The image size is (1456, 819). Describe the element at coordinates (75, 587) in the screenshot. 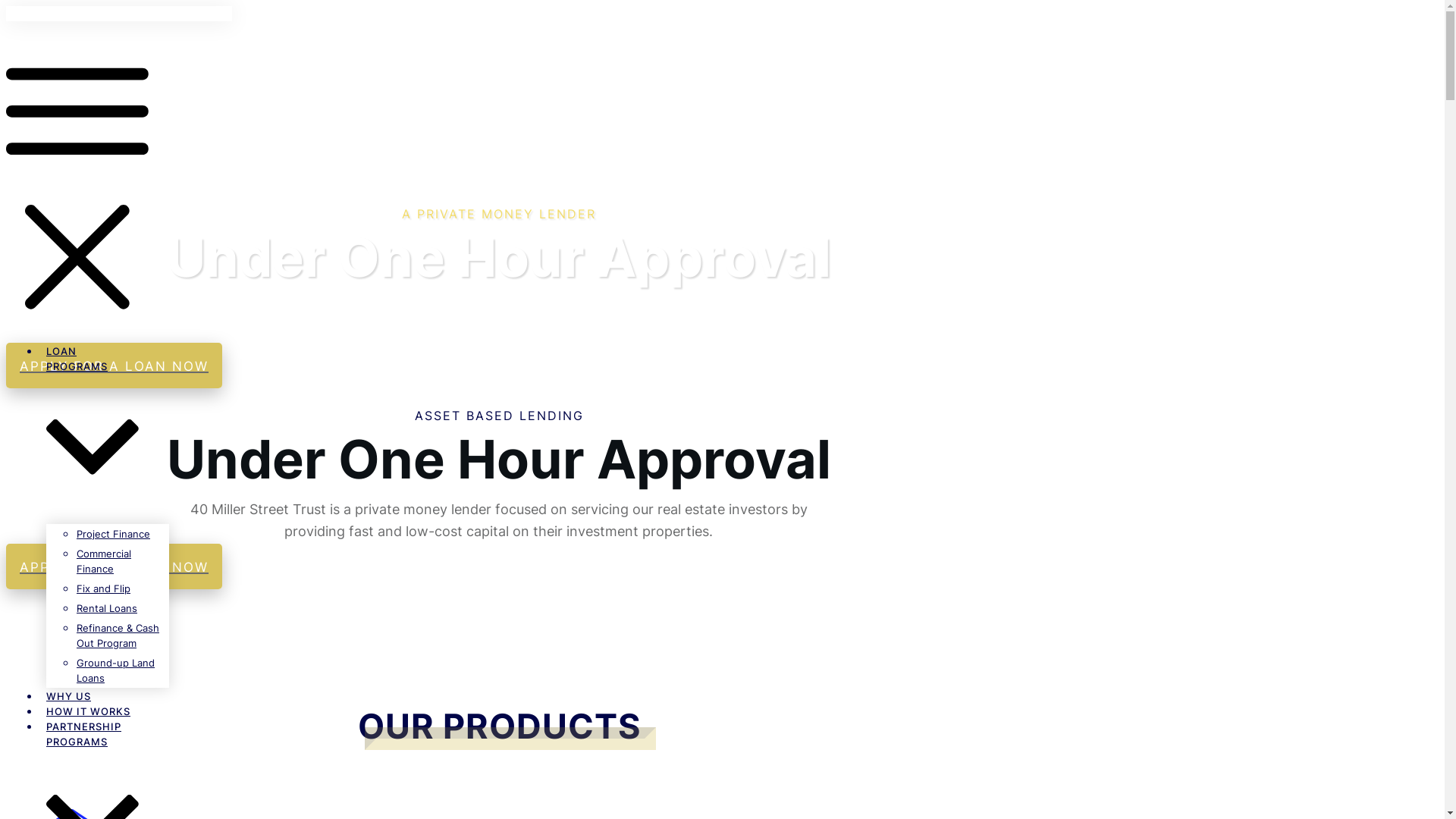

I see `'Fix and Flip'` at that location.